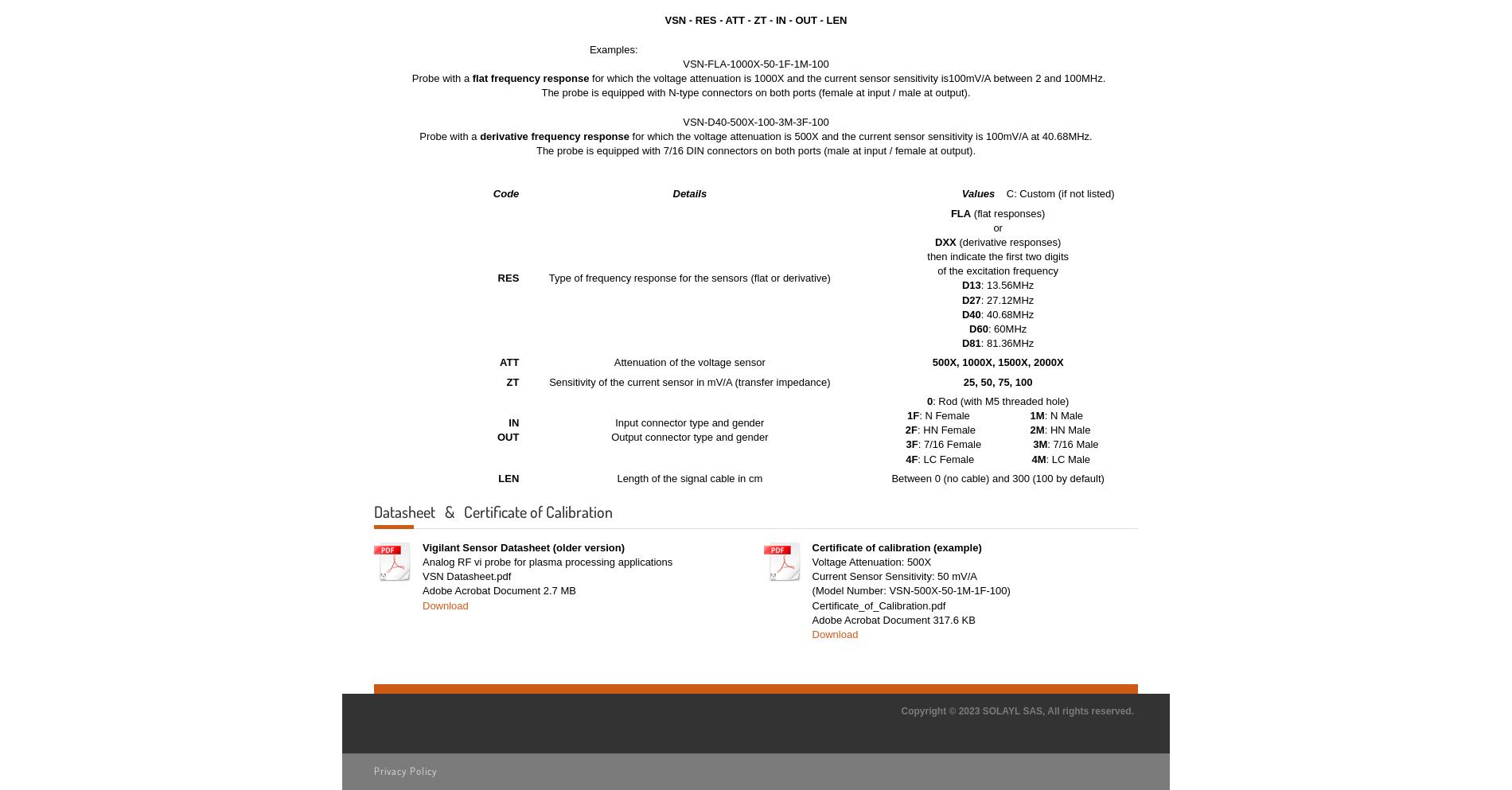  Describe the element at coordinates (905, 443) in the screenshot. I see `'3F'` at that location.